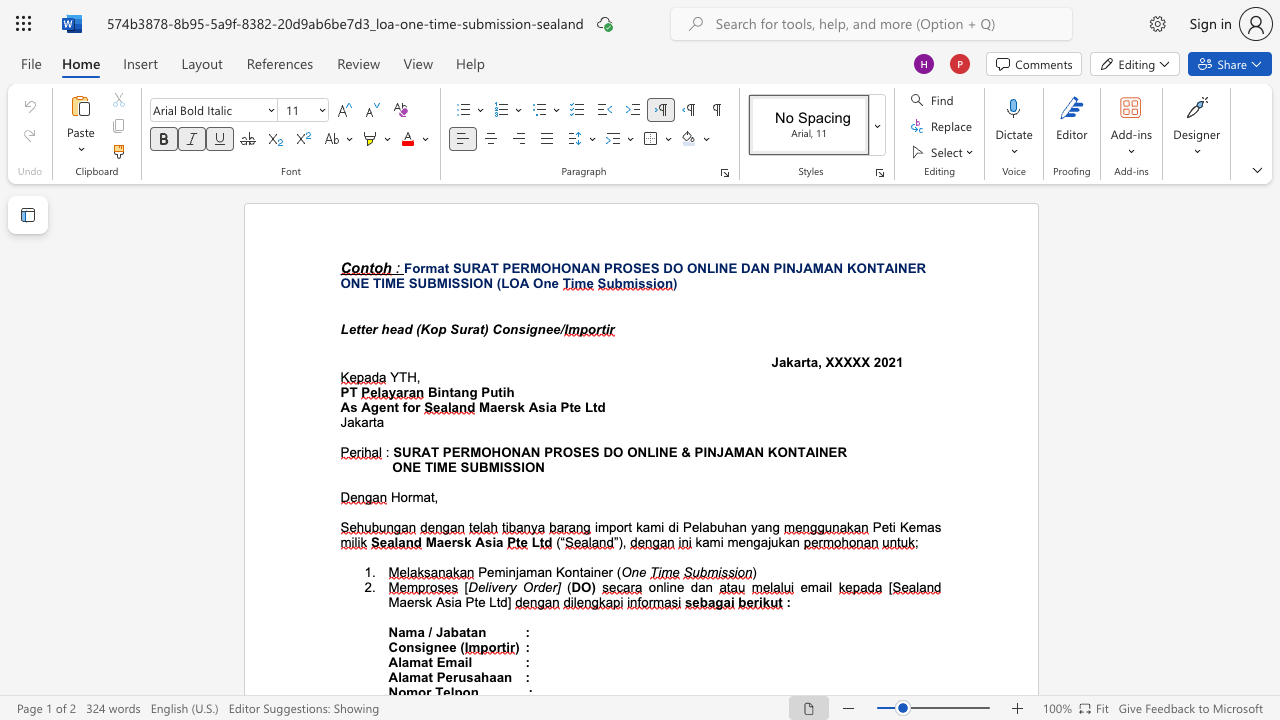  Describe the element at coordinates (810, 362) in the screenshot. I see `the subset text "a, XXX" within the text "Jakarta, XXXXX"` at that location.